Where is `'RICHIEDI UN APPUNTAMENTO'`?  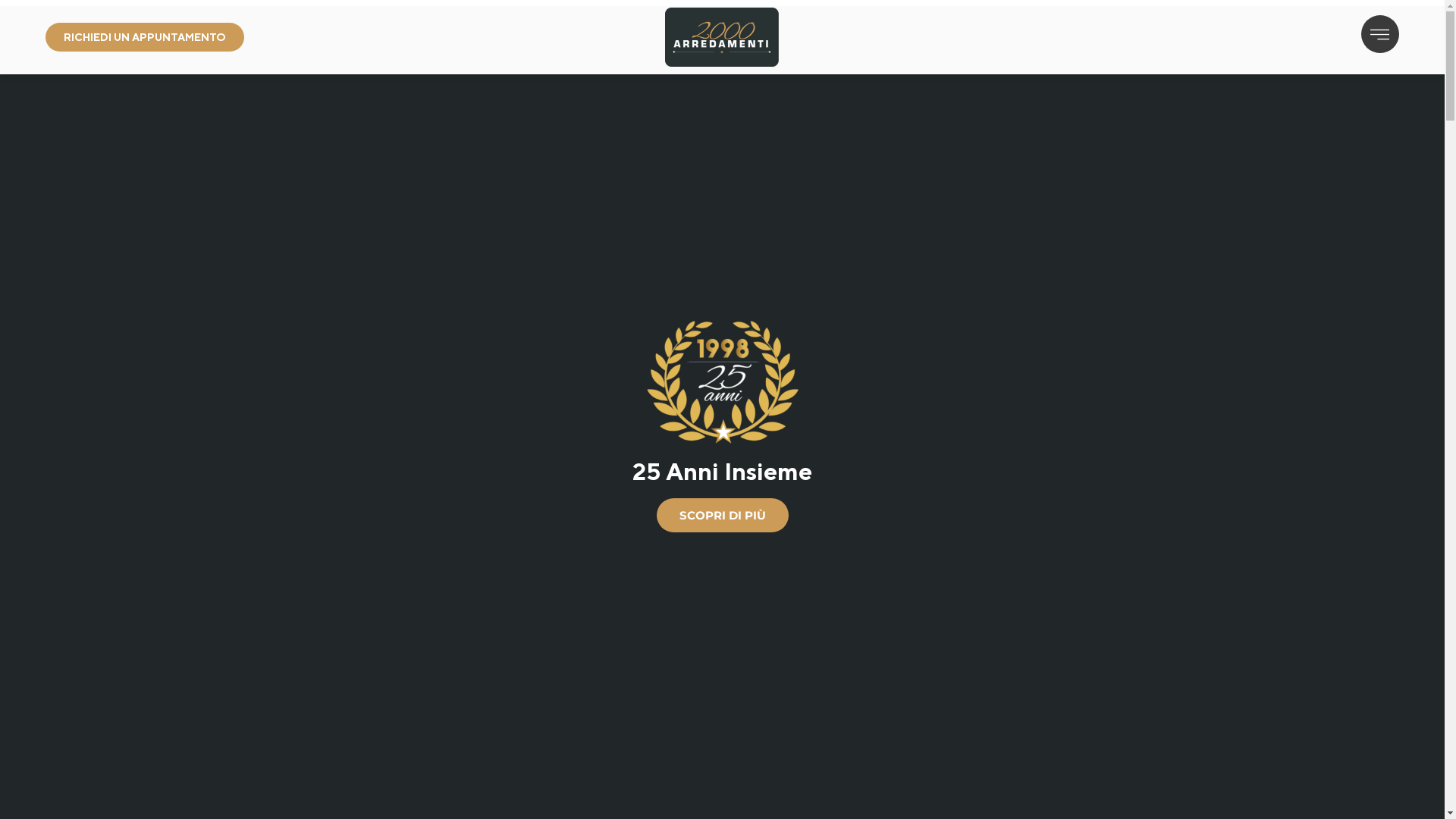 'RICHIEDI UN APPUNTAMENTO' is located at coordinates (145, 36).